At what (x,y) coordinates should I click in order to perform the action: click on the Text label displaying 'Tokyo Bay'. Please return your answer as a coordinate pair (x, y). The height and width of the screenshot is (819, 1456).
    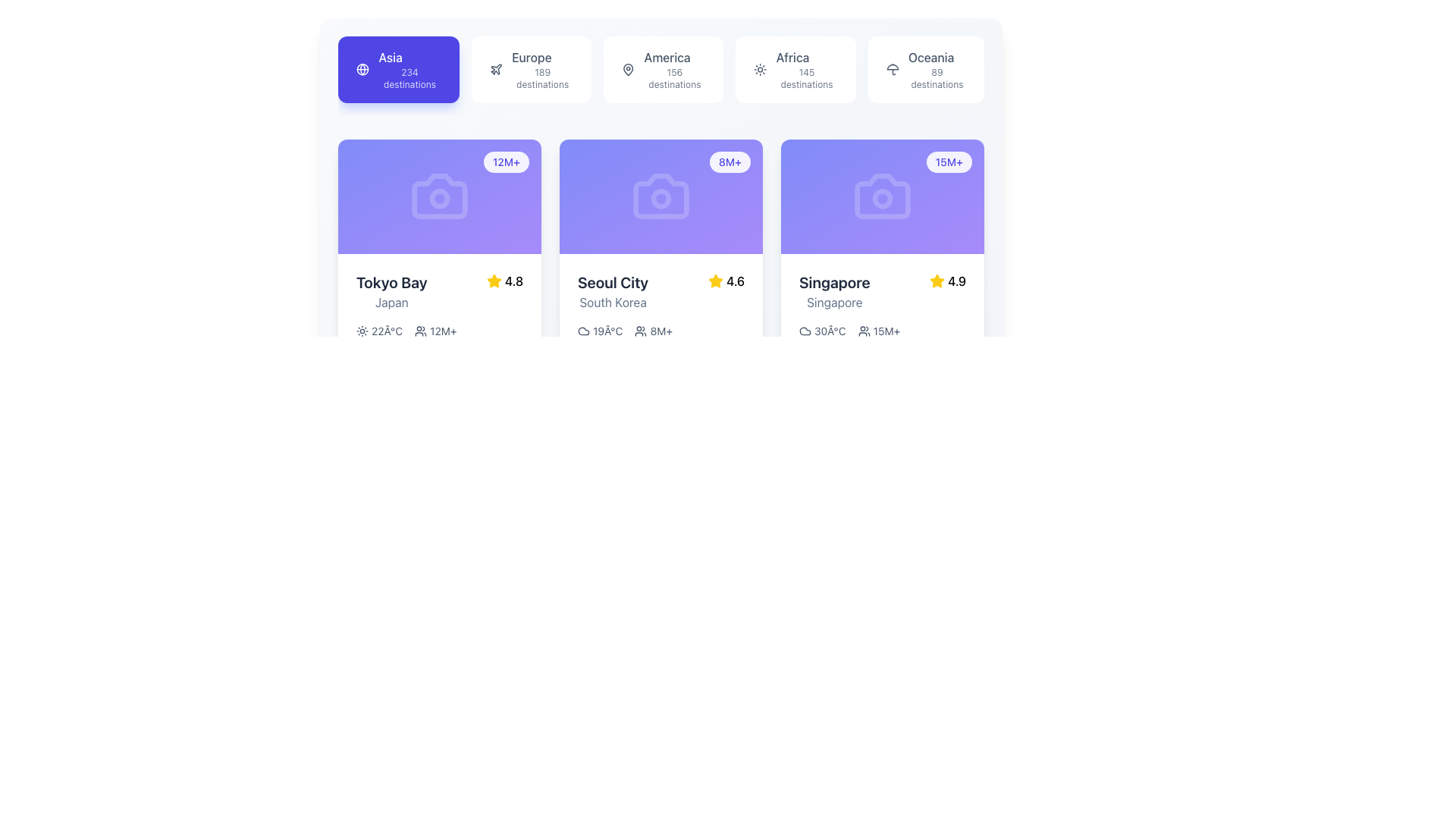
    Looking at the image, I should click on (391, 282).